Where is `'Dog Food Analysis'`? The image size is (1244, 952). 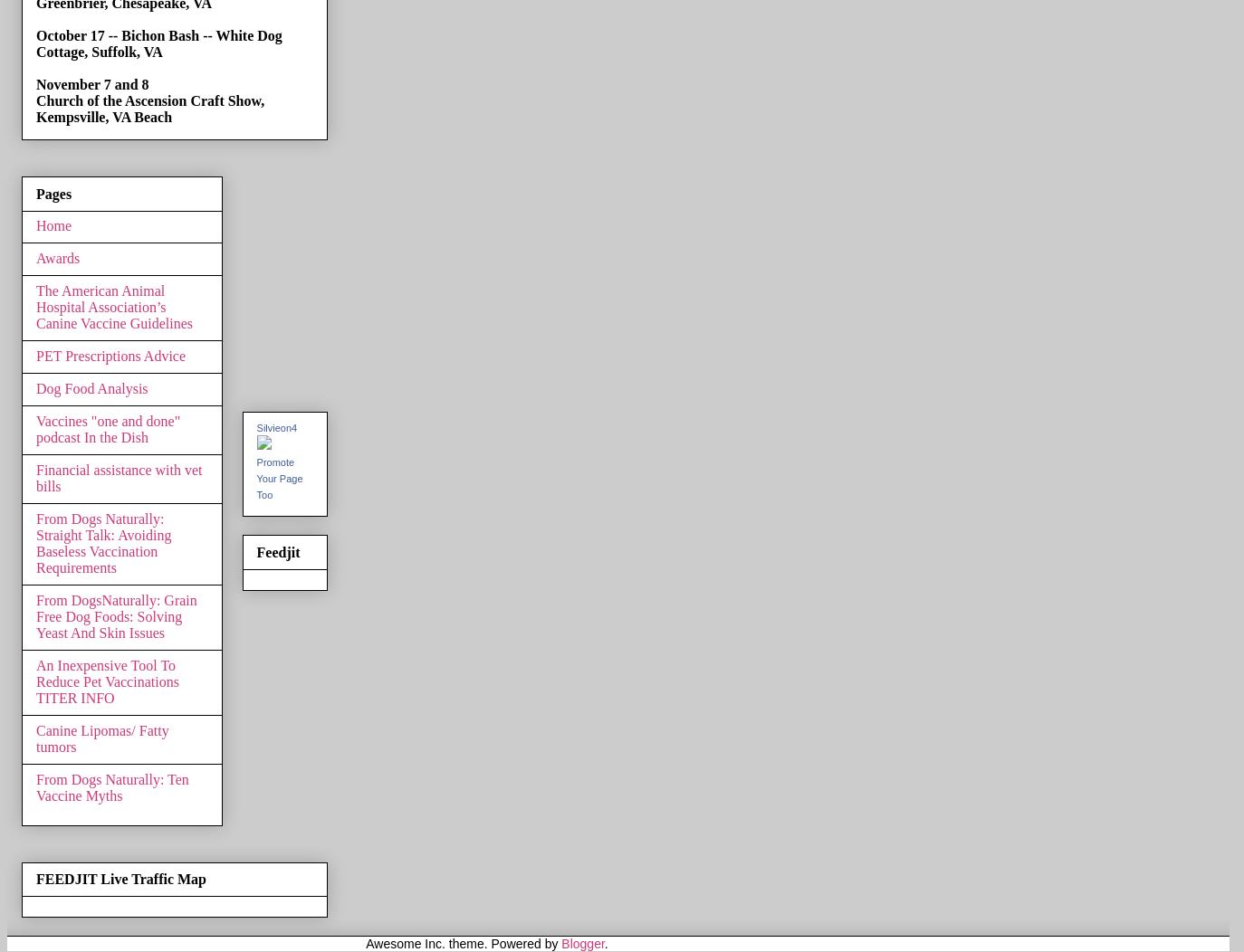
'Dog Food Analysis' is located at coordinates (34, 386).